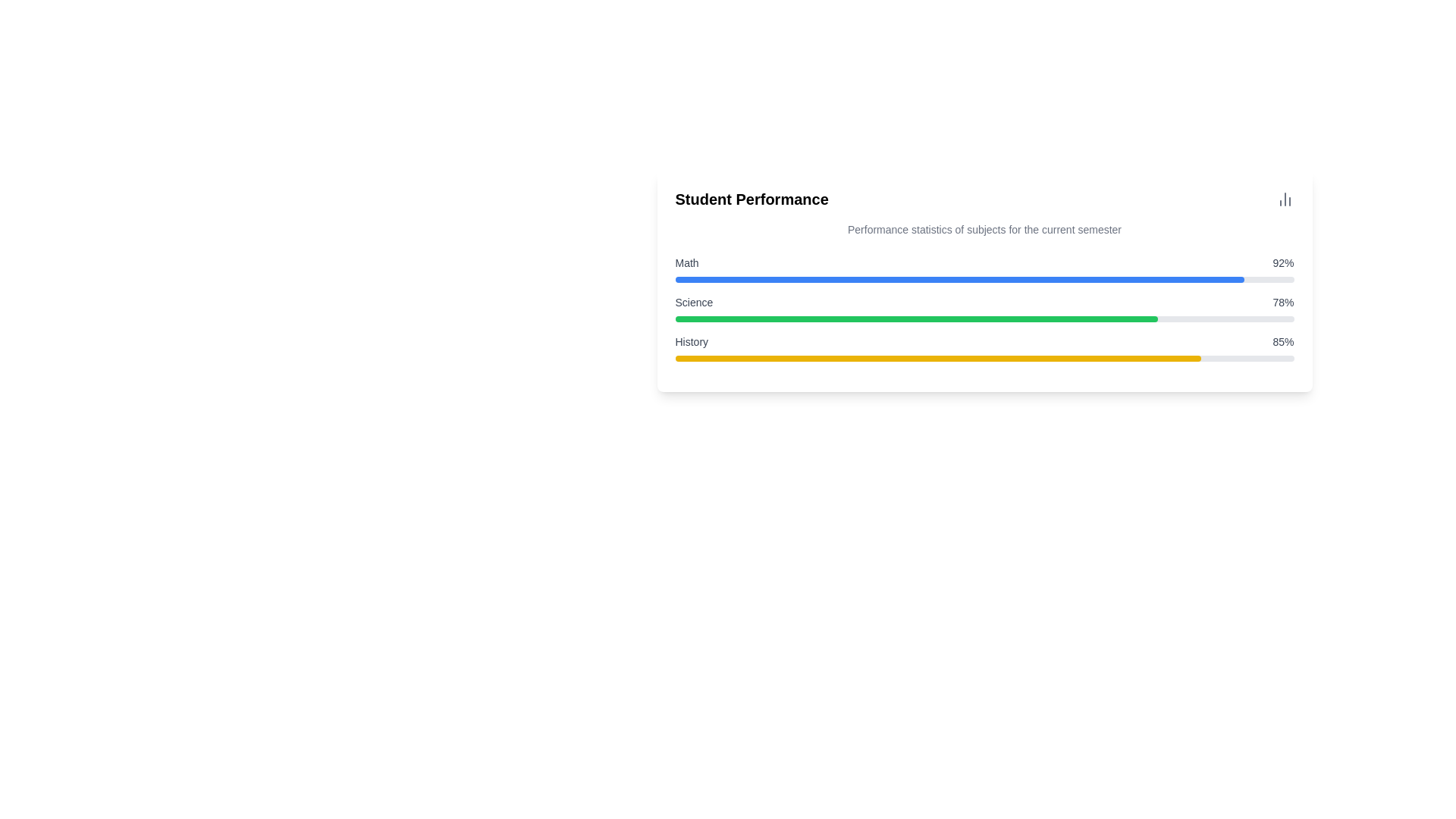  Describe the element at coordinates (984, 280) in the screenshot. I see `the completion level of the first horizontal progress bar, which is styled with a gray background and a blue bar representing 92% completion, positioned below the 'Math' label` at that location.